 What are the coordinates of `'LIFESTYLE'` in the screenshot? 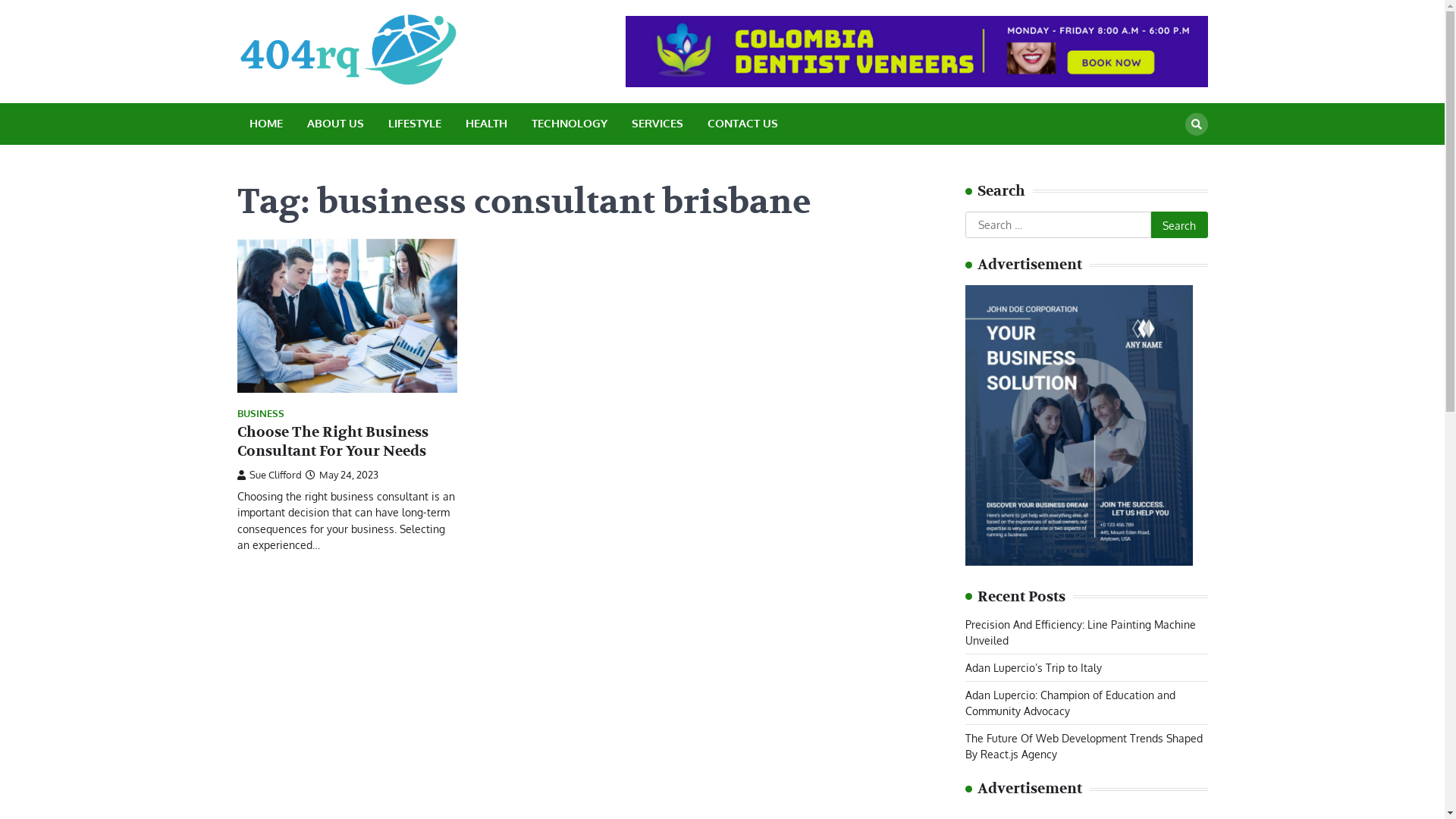 It's located at (415, 123).